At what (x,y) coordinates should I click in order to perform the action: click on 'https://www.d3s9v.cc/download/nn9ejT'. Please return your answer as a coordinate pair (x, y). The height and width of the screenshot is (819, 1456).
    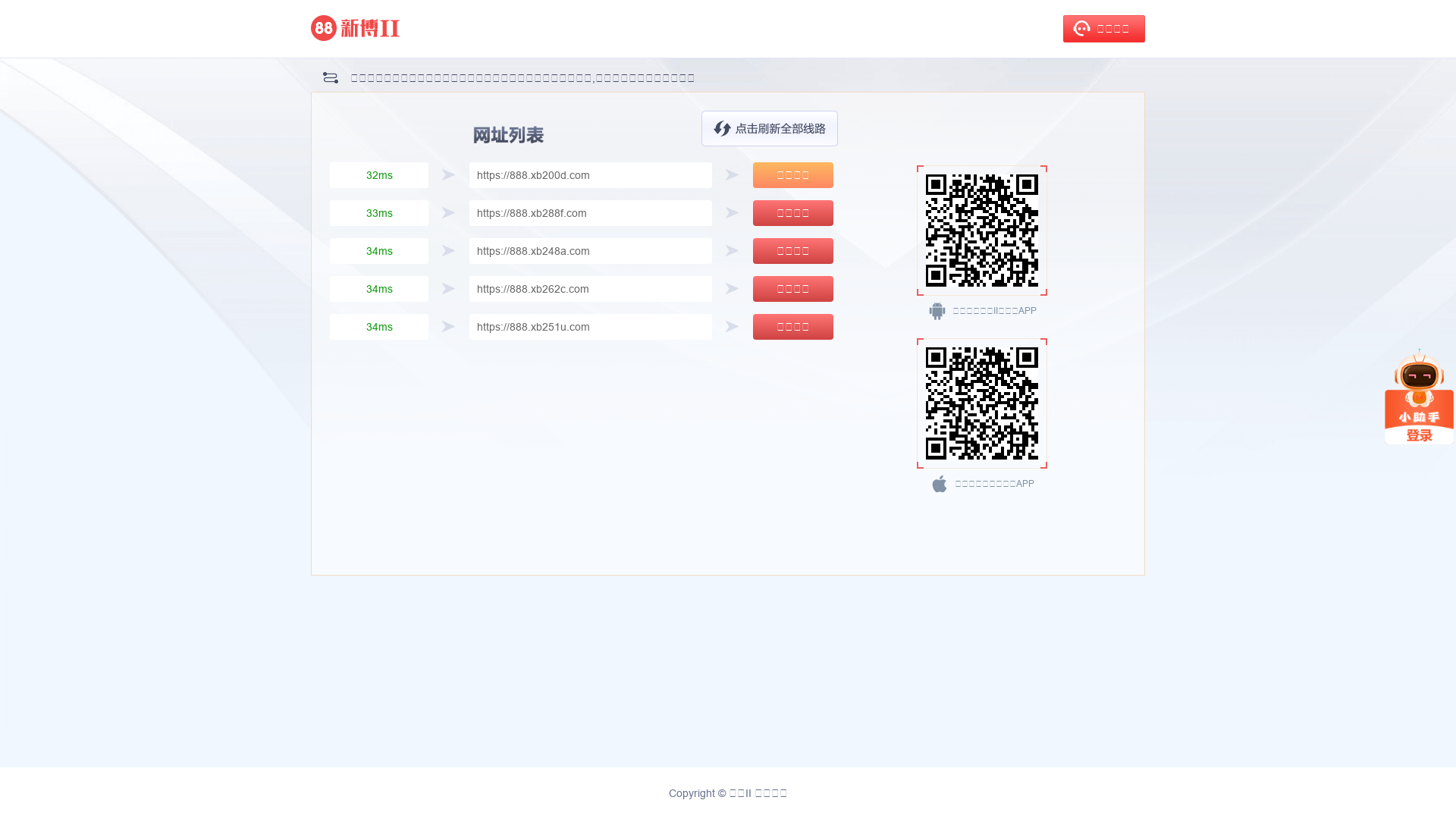
    Looking at the image, I should click on (982, 231).